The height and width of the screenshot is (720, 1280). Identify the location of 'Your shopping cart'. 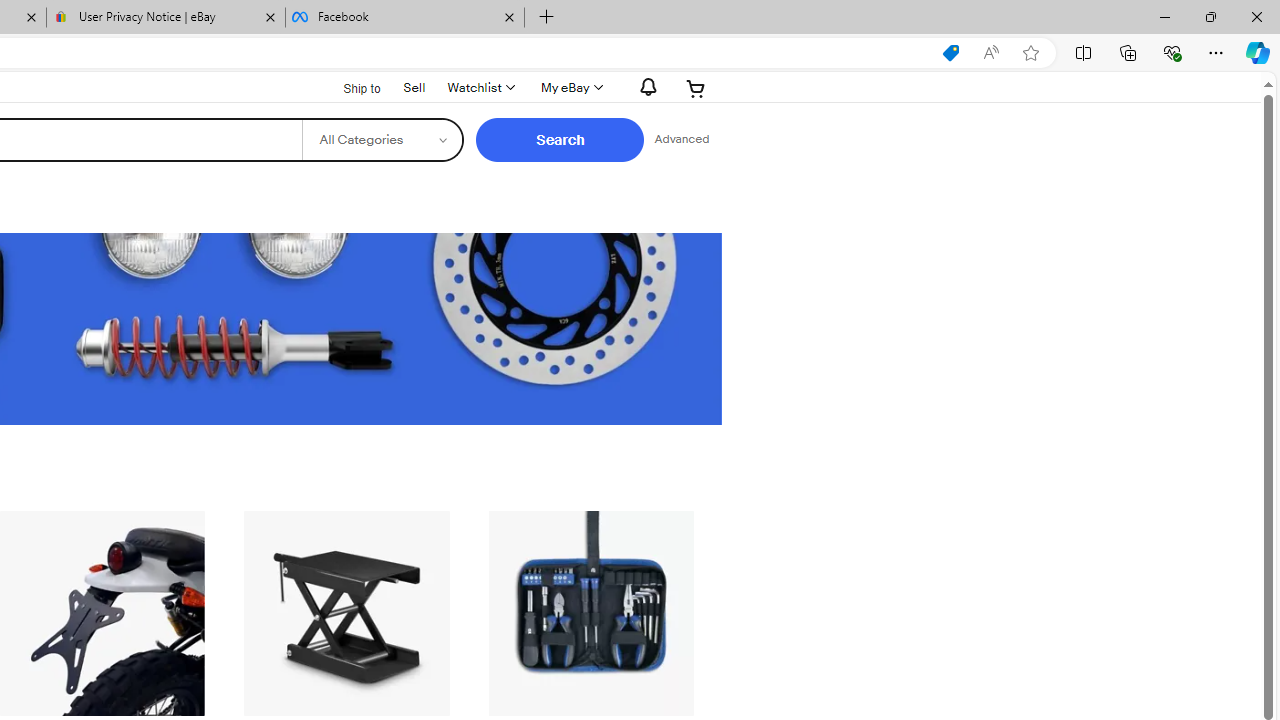
(696, 87).